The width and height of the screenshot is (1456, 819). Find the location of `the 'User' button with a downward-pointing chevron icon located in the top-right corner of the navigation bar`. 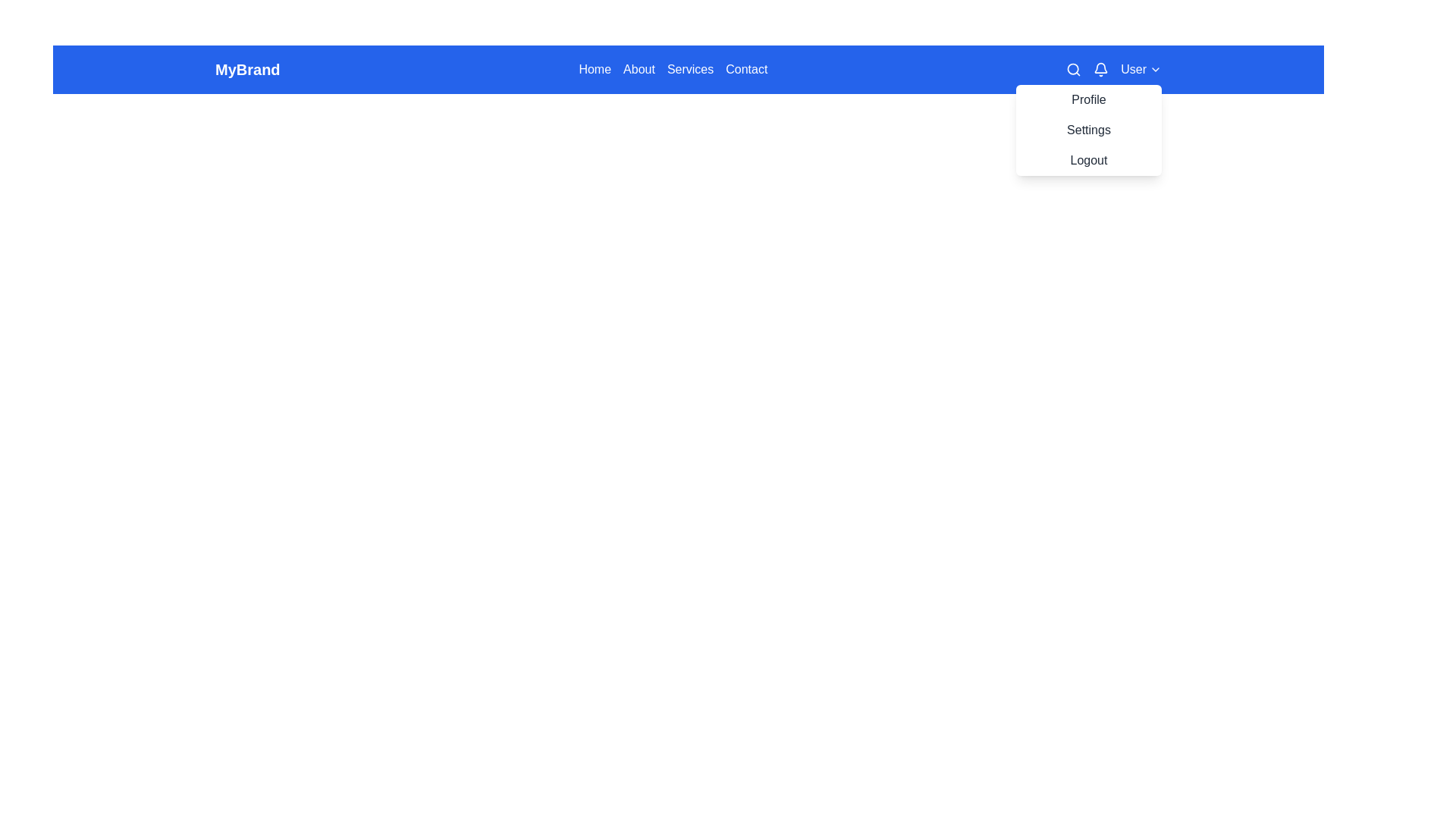

the 'User' button with a downward-pointing chevron icon located in the top-right corner of the navigation bar is located at coordinates (1114, 70).